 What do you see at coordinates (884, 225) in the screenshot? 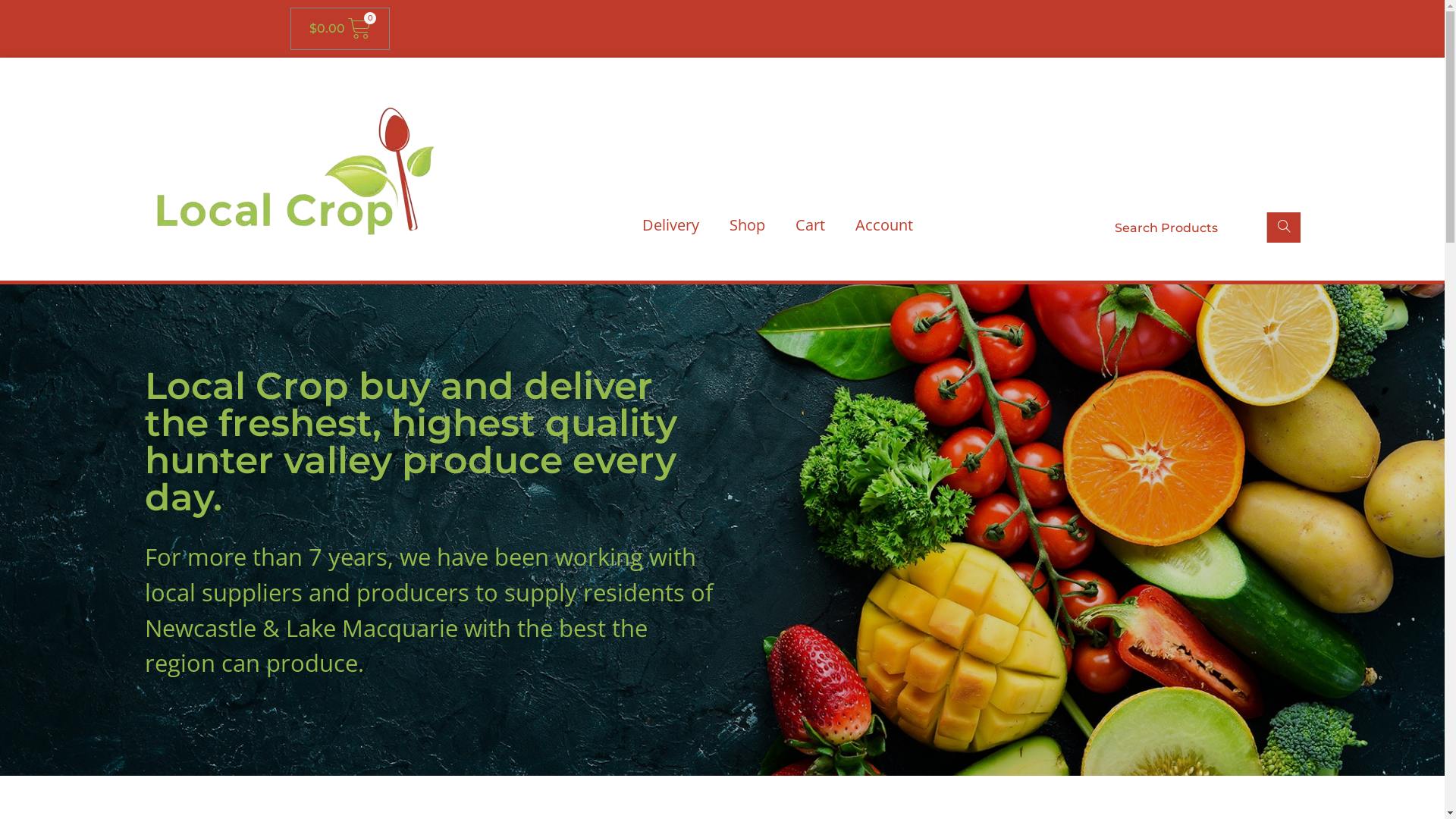
I see `'Account'` at bounding box center [884, 225].